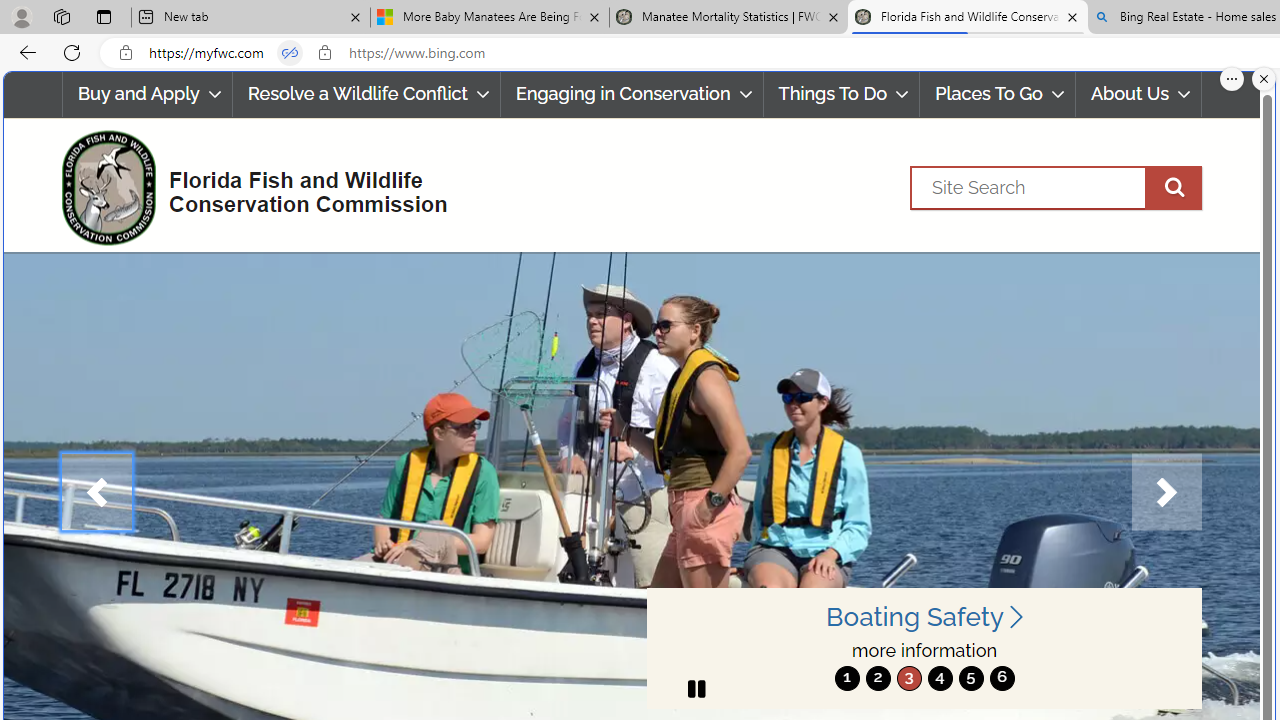 Image resolution: width=1280 pixels, height=720 pixels. I want to click on 'Engaging in Conservation', so click(630, 94).